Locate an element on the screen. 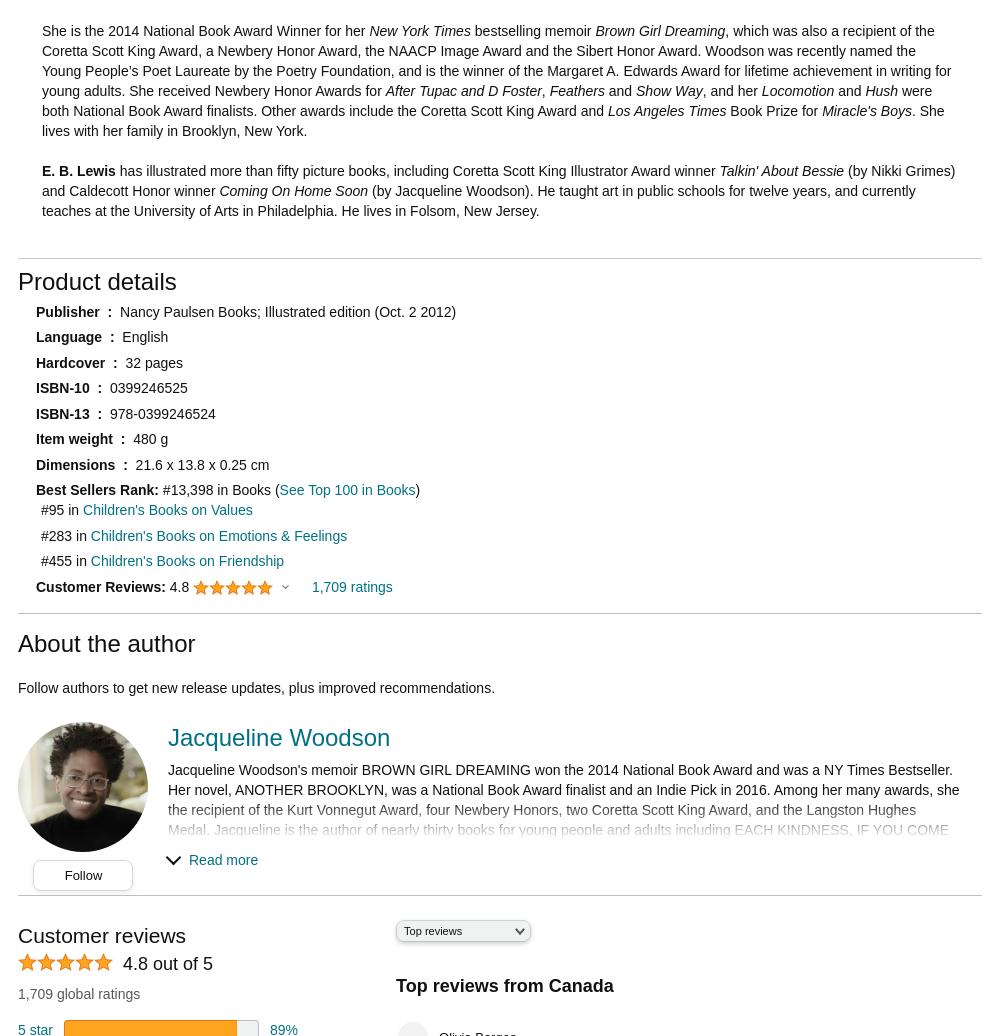 The width and height of the screenshot is (1000, 1036). '#283 in' is located at coordinates (64, 534).